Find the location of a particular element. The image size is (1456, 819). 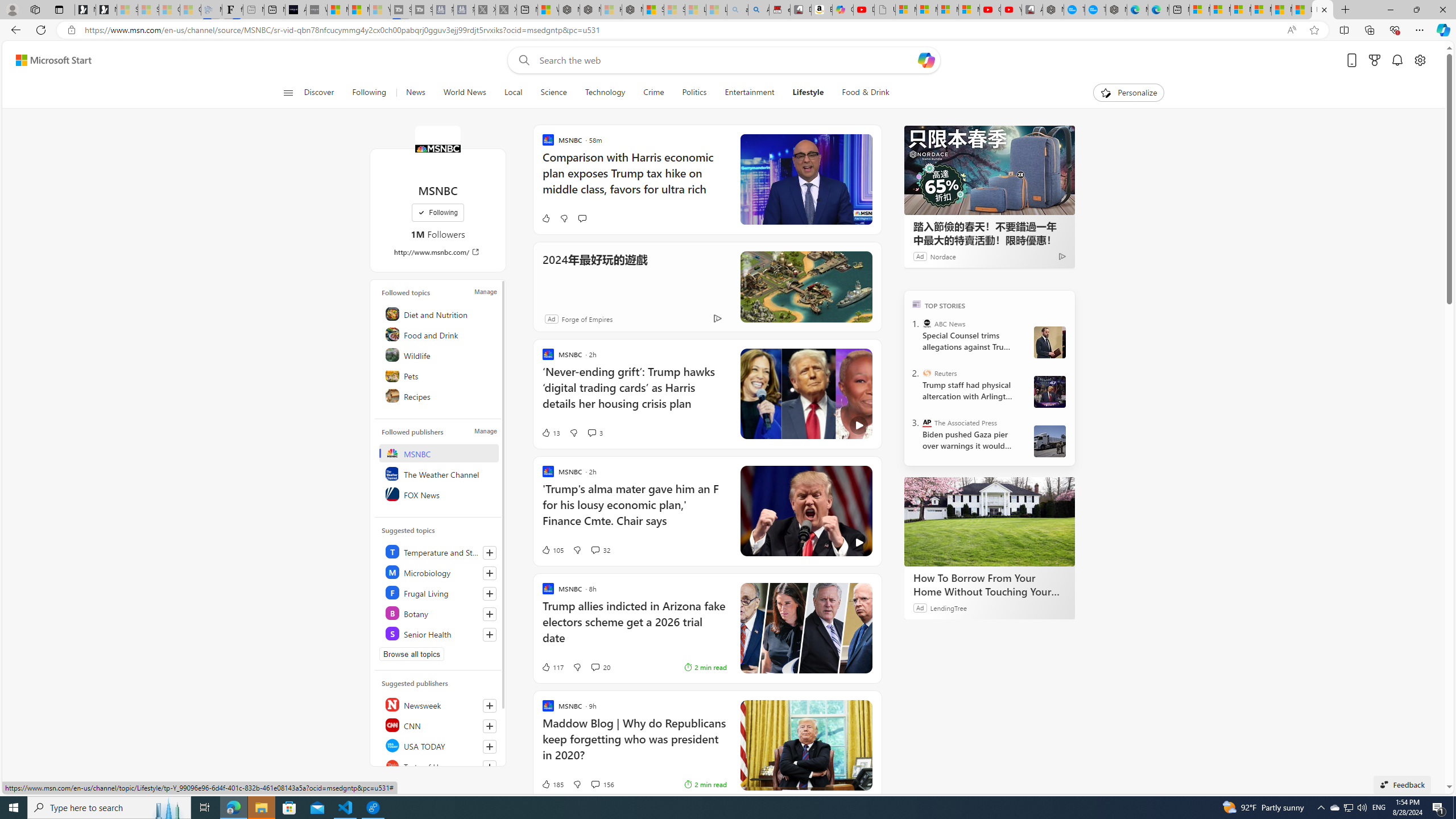

'MSNBC' is located at coordinates (440, 453).